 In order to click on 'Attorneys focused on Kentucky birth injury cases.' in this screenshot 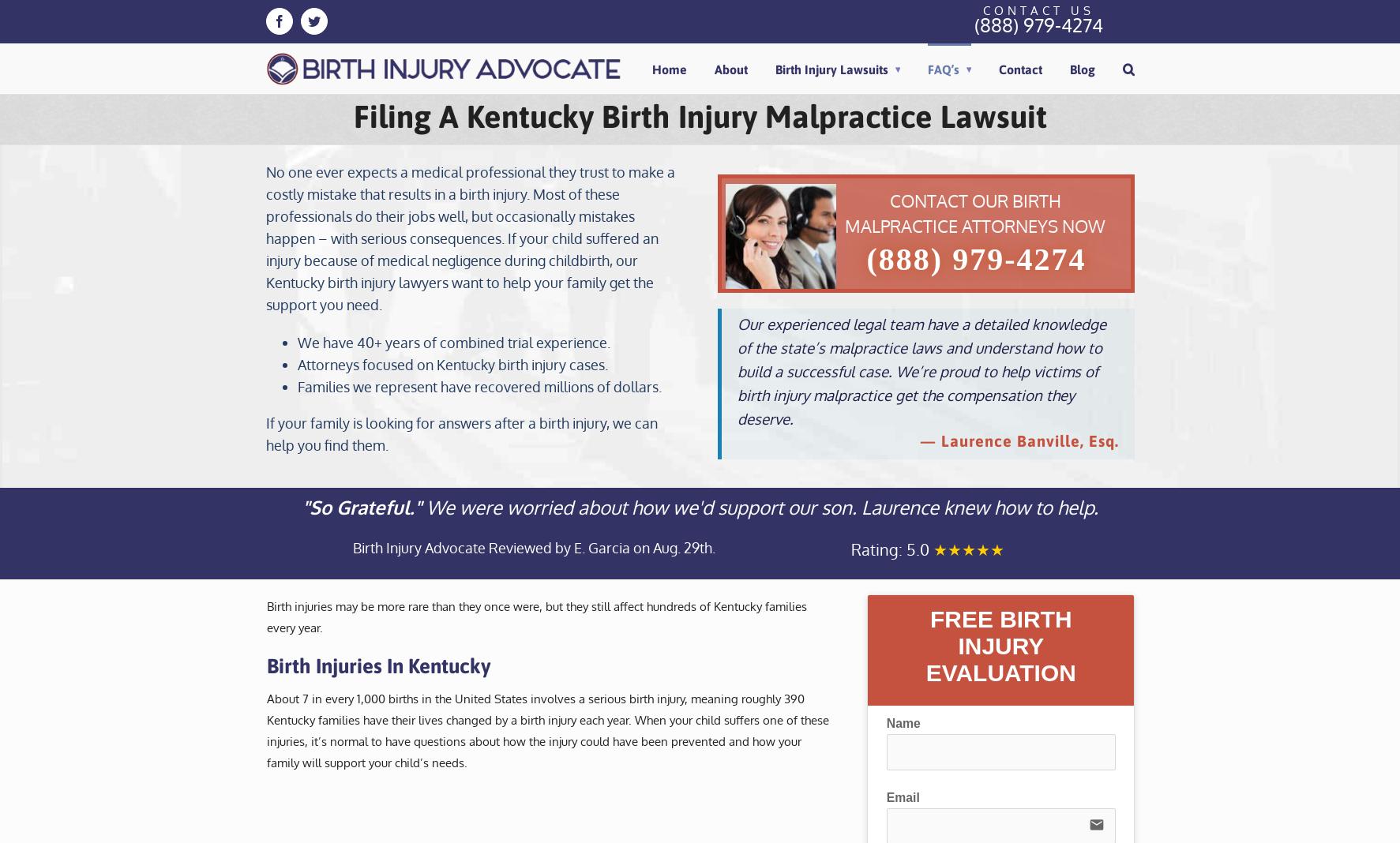, I will do `click(452, 365)`.